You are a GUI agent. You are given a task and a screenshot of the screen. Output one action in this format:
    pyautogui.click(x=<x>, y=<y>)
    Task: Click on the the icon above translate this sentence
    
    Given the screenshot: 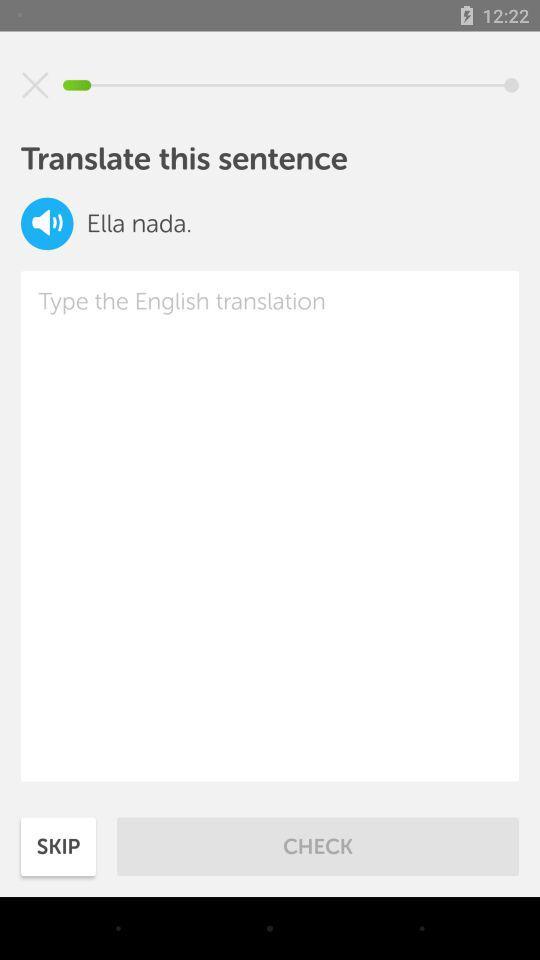 What is the action you would take?
    pyautogui.click(x=35, y=85)
    